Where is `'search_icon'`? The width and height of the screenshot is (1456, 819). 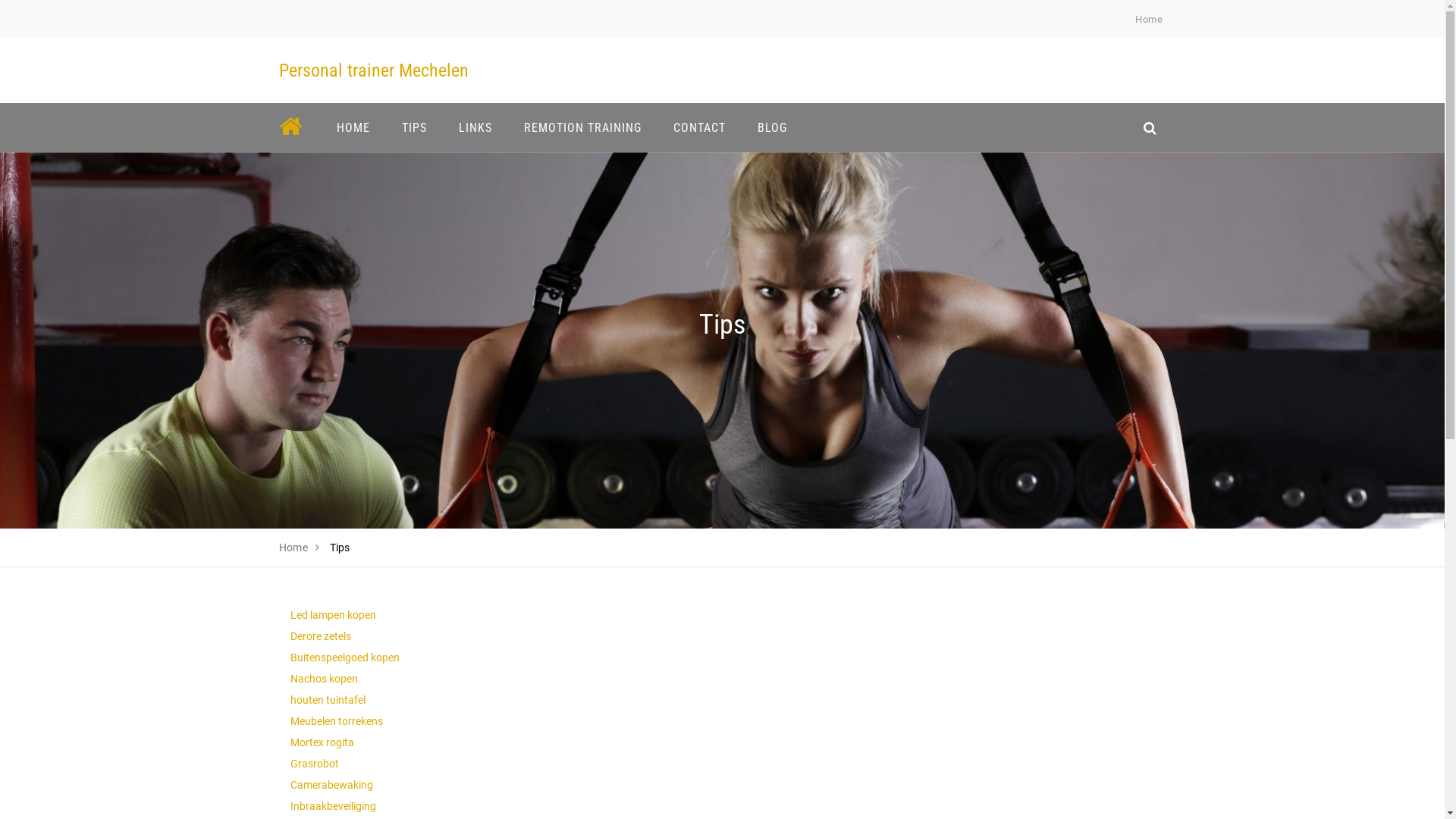
'search_icon' is located at coordinates (1149, 127).